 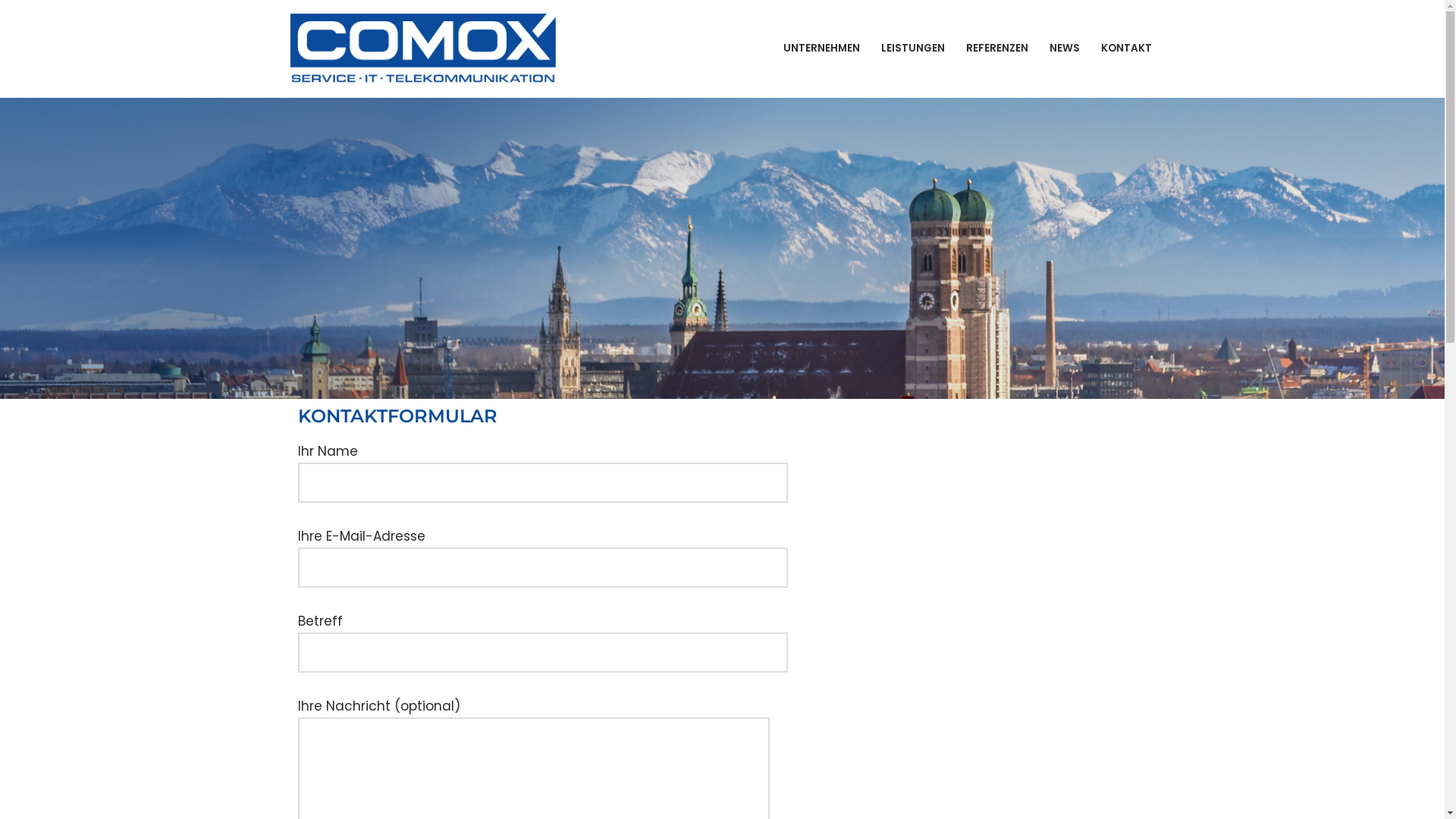 What do you see at coordinates (1100, 47) in the screenshot?
I see `'KONTAKT'` at bounding box center [1100, 47].